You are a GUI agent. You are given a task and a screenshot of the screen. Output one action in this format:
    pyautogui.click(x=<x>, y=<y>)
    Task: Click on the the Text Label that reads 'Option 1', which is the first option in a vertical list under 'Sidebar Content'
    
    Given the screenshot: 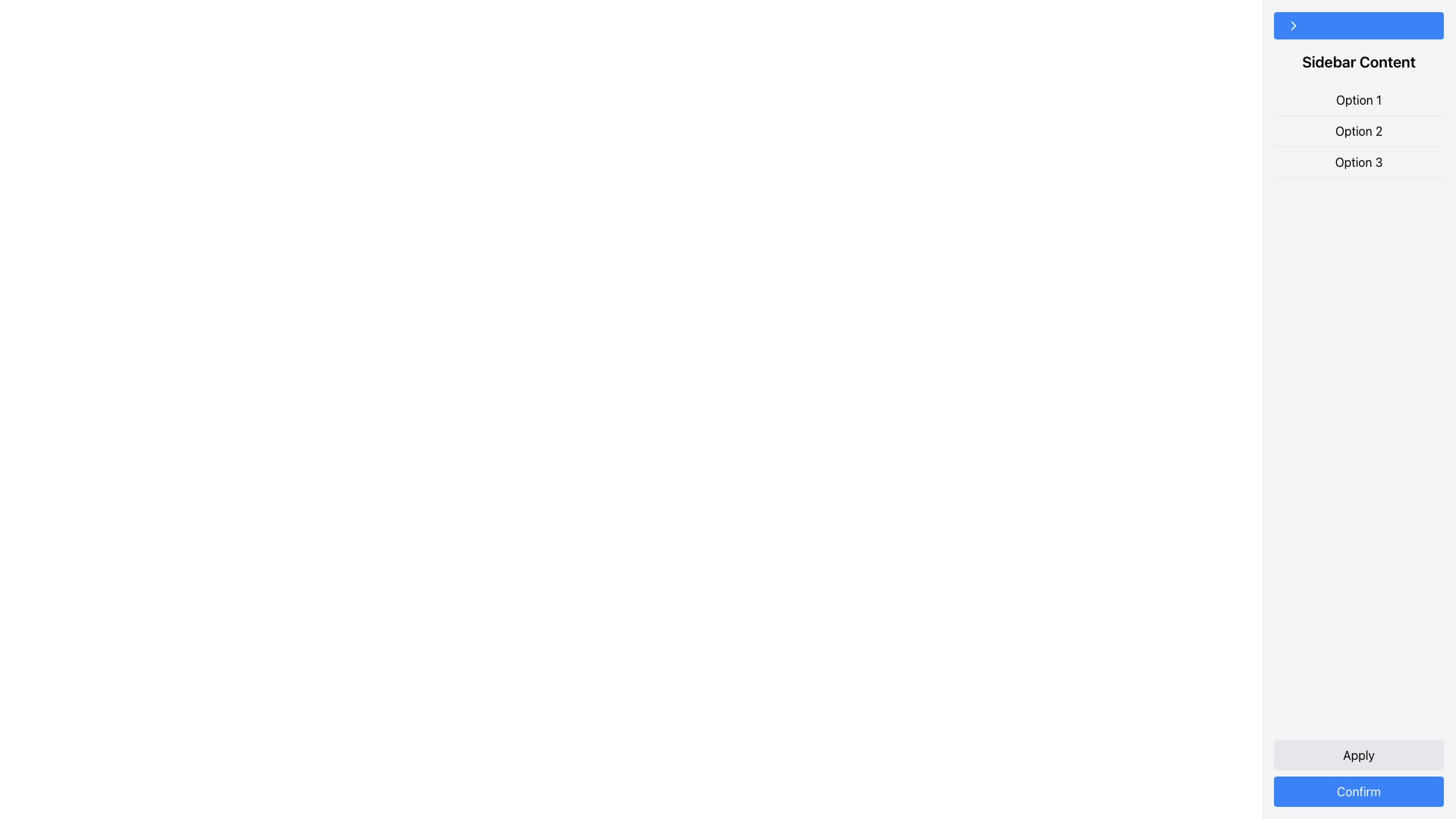 What is the action you would take?
    pyautogui.click(x=1358, y=100)
    